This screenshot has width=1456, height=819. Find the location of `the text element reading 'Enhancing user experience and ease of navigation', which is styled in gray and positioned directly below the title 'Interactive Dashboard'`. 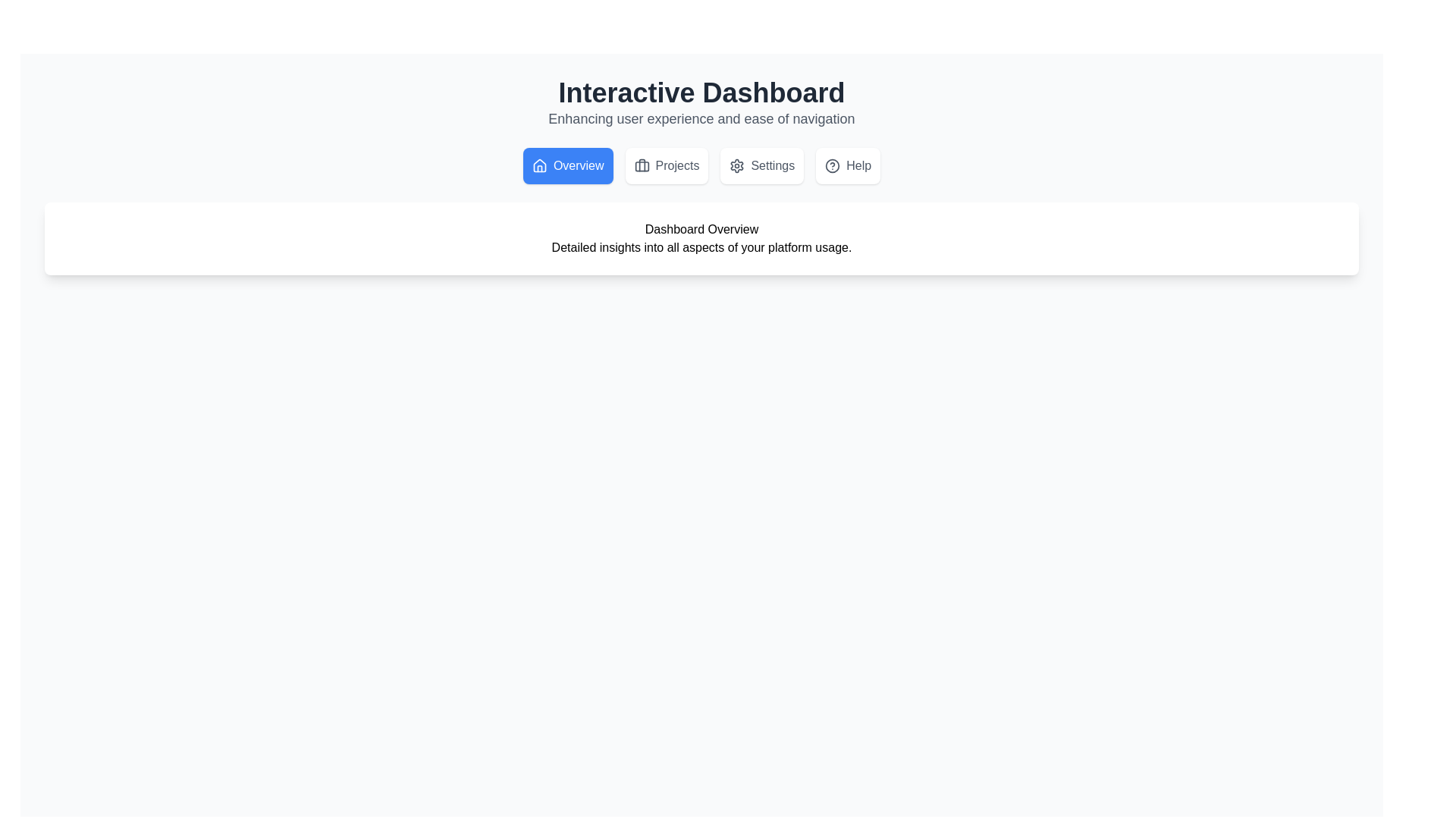

the text element reading 'Enhancing user experience and ease of navigation', which is styled in gray and positioned directly below the title 'Interactive Dashboard' is located at coordinates (701, 118).